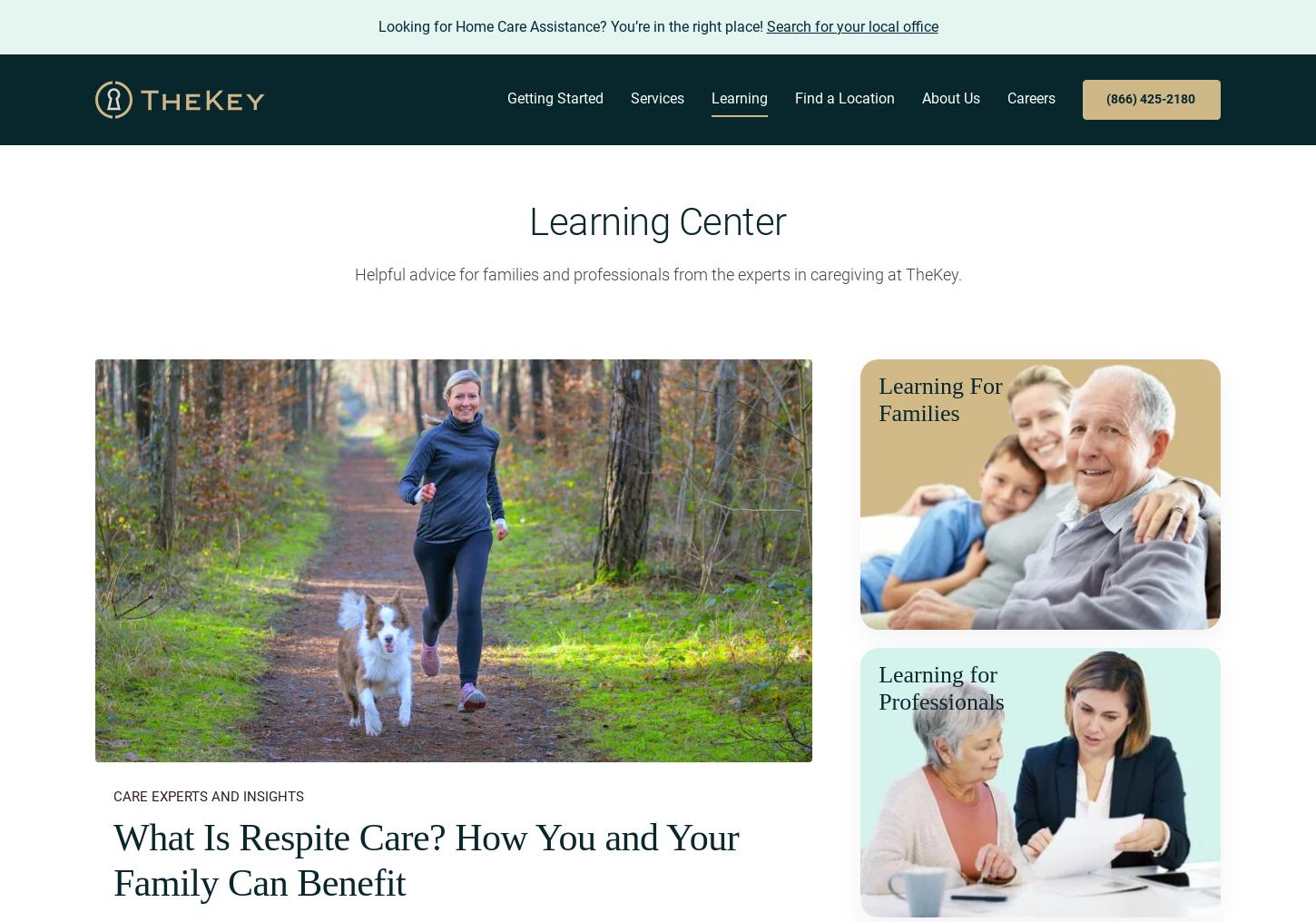 The width and height of the screenshot is (1316, 922). What do you see at coordinates (555, 98) in the screenshot?
I see `'Getting Started'` at bounding box center [555, 98].